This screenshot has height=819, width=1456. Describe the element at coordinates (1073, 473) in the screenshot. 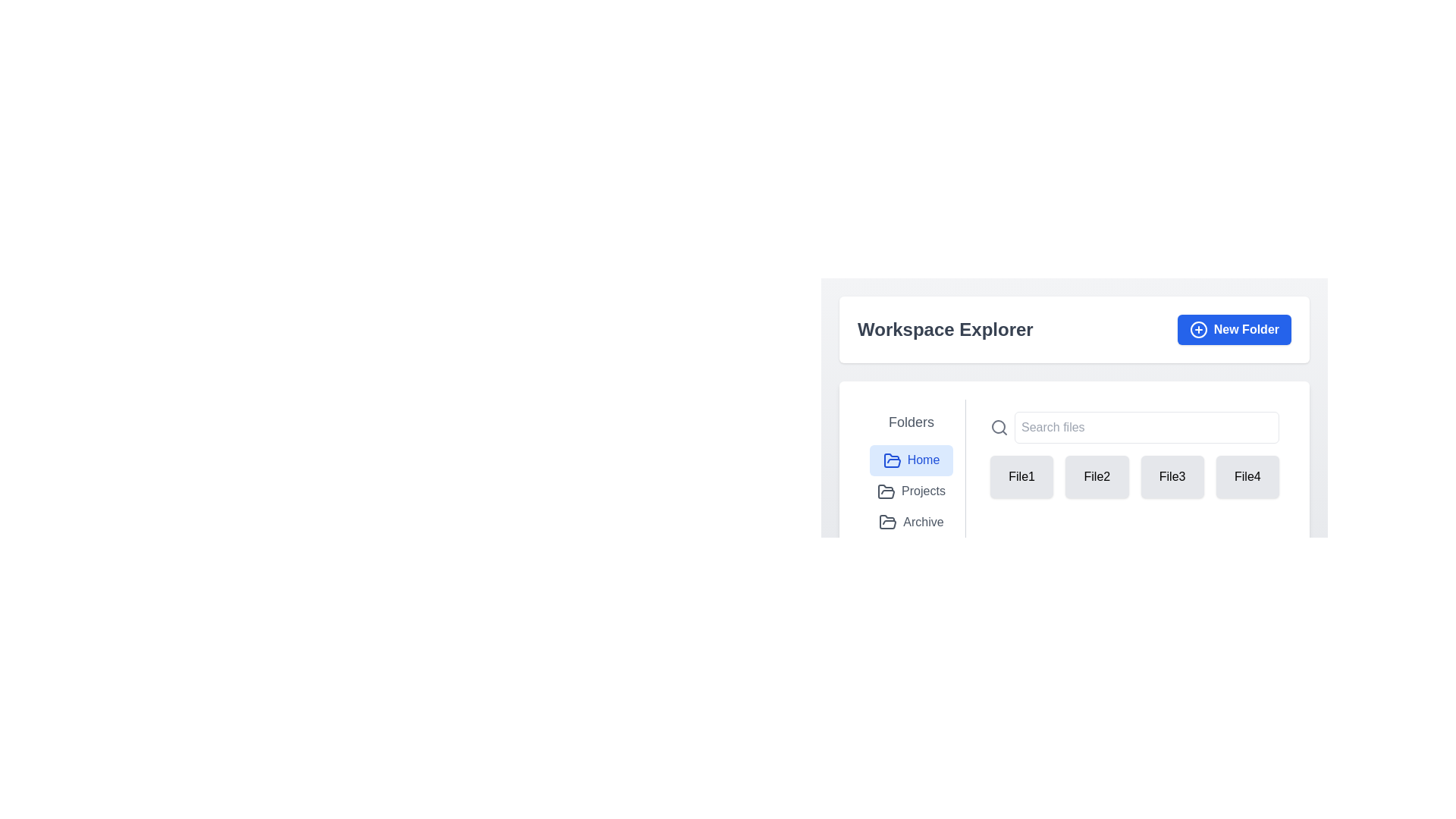

I see `the interactive button labeled 'File2' which is a pale gray rectangular section with rounded corners, located in the file list grid` at that location.